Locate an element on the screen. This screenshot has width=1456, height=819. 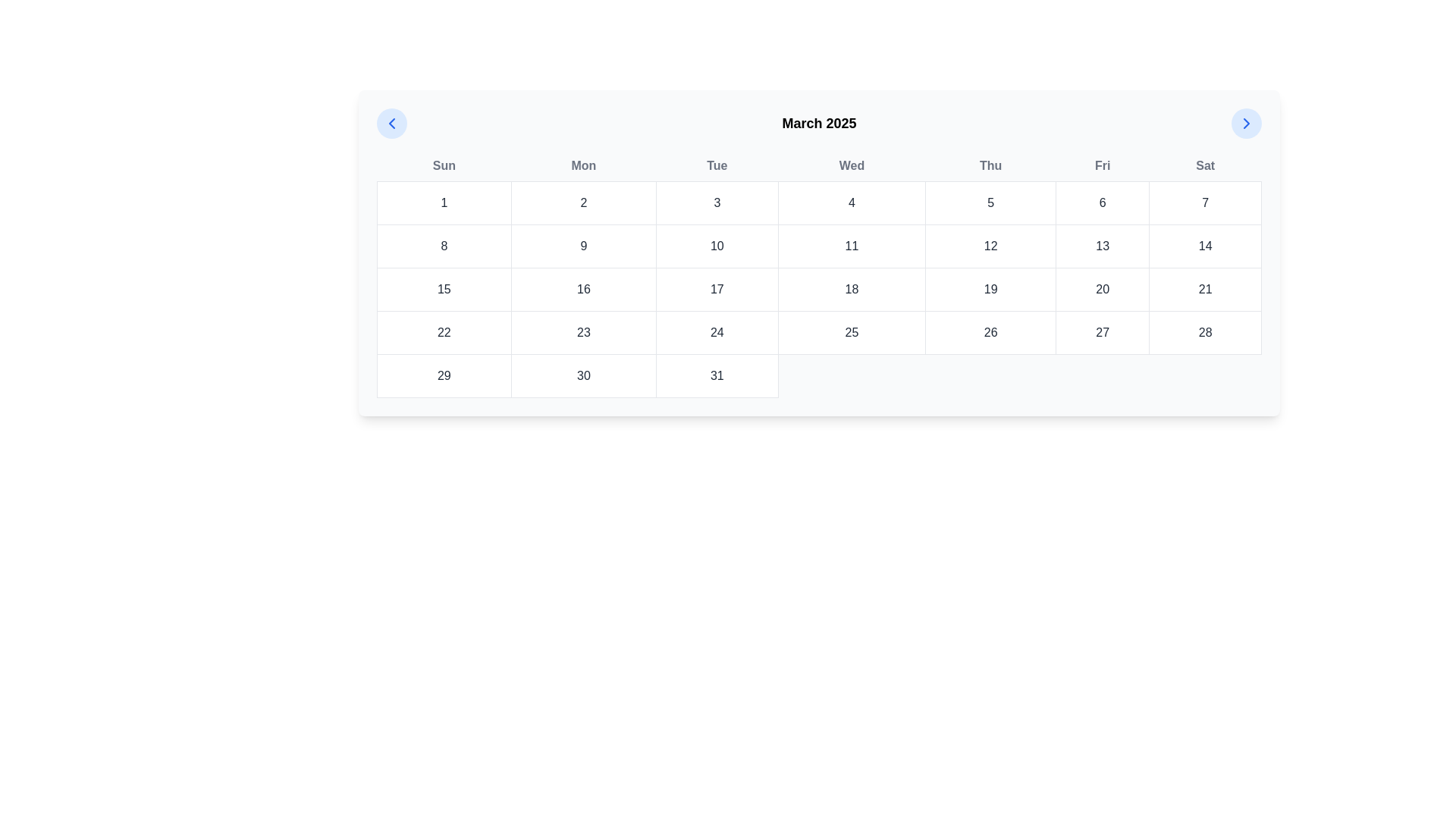
the Saturday header label in the calendar interface, which is the last in the sequence of weekday labels is located at coordinates (1204, 166).